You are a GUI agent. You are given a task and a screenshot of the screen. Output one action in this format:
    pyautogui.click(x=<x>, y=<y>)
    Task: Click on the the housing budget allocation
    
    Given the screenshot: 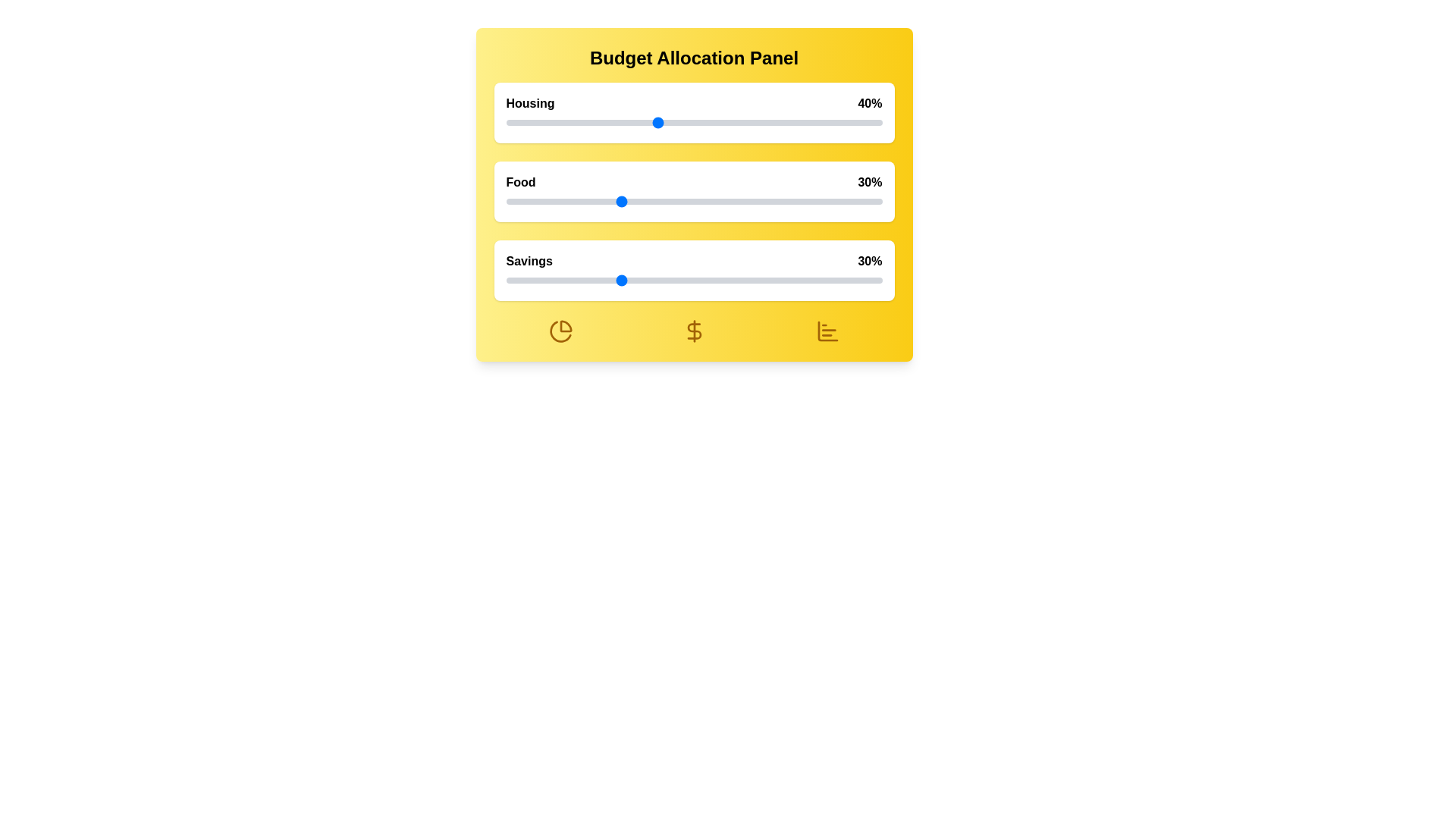 What is the action you would take?
    pyautogui.click(x=565, y=122)
    